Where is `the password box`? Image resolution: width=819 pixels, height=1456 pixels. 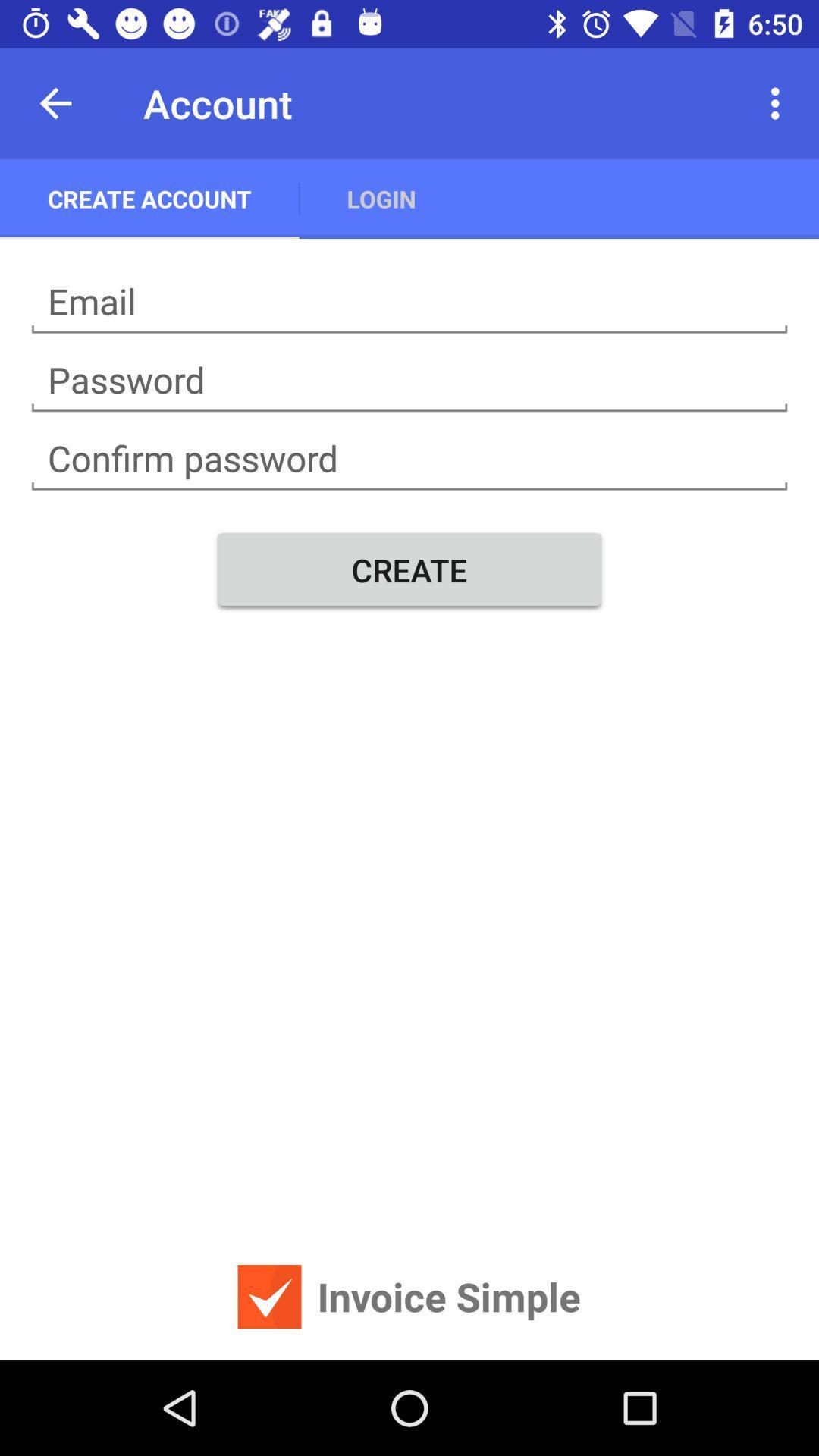
the password box is located at coordinates (409, 380).